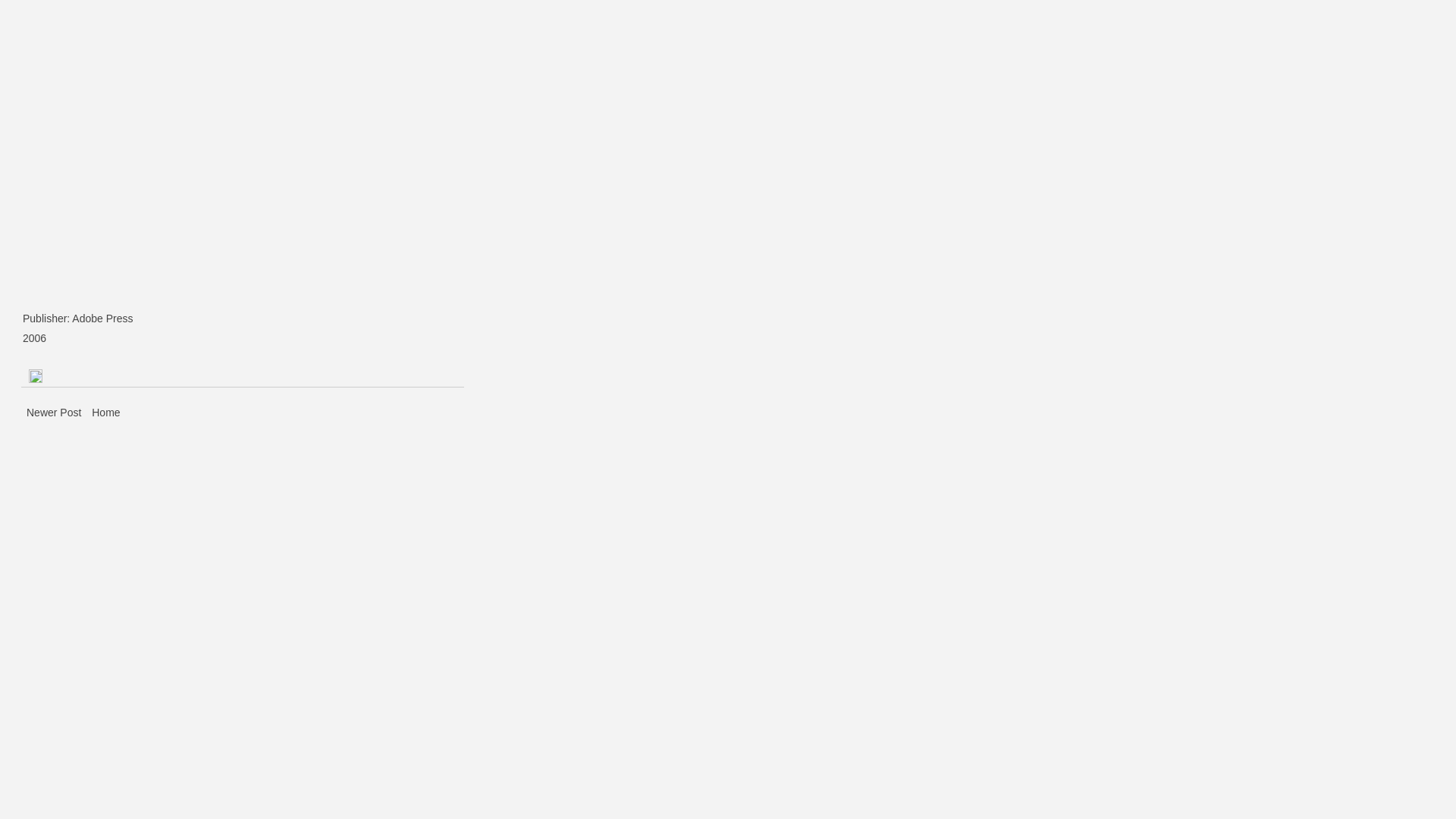 This screenshot has height=819, width=1456. What do you see at coordinates (29, 375) in the screenshot?
I see `'Edit Post'` at bounding box center [29, 375].